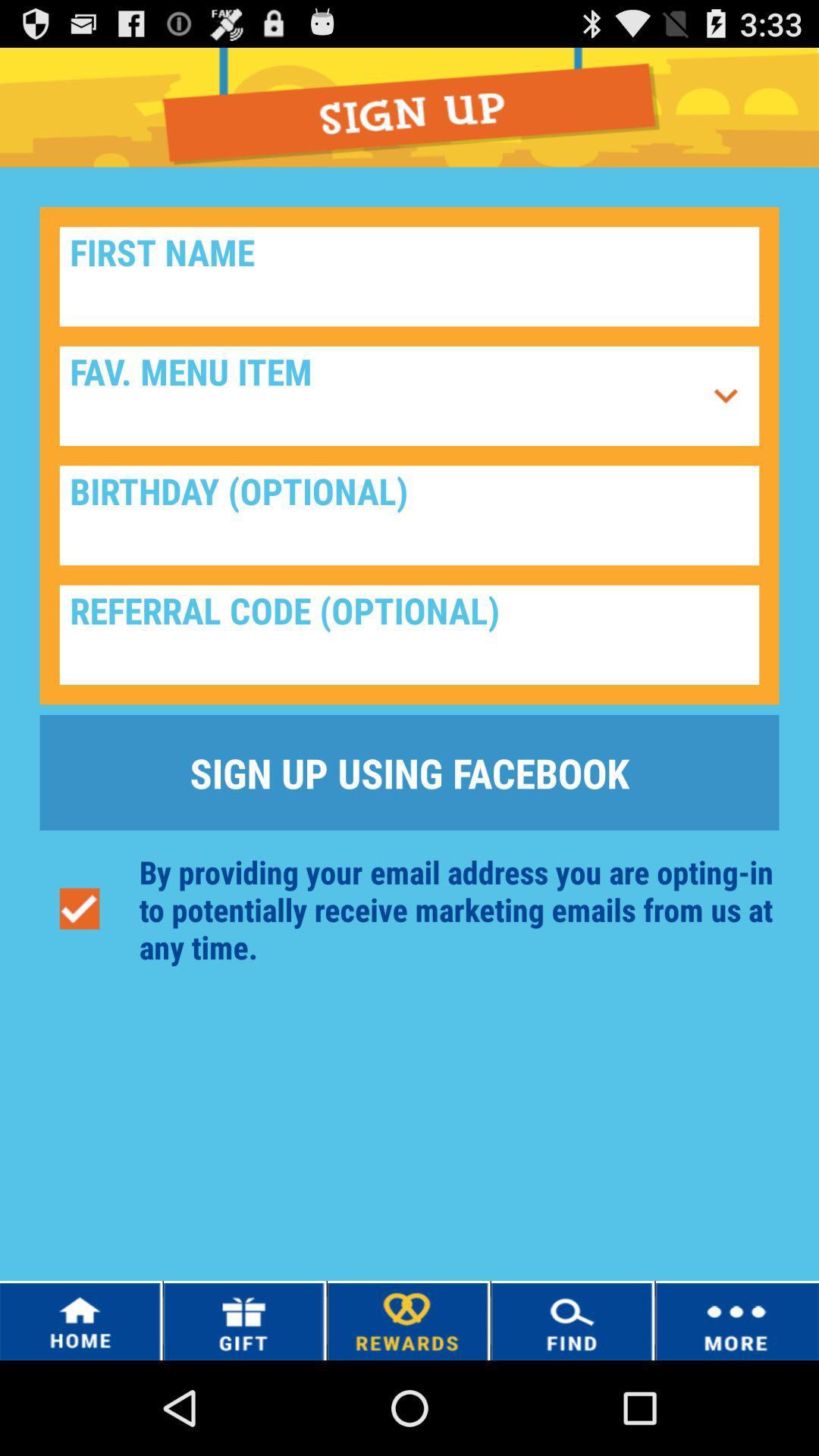 Image resolution: width=819 pixels, height=1456 pixels. I want to click on referral code optional, so click(409, 635).